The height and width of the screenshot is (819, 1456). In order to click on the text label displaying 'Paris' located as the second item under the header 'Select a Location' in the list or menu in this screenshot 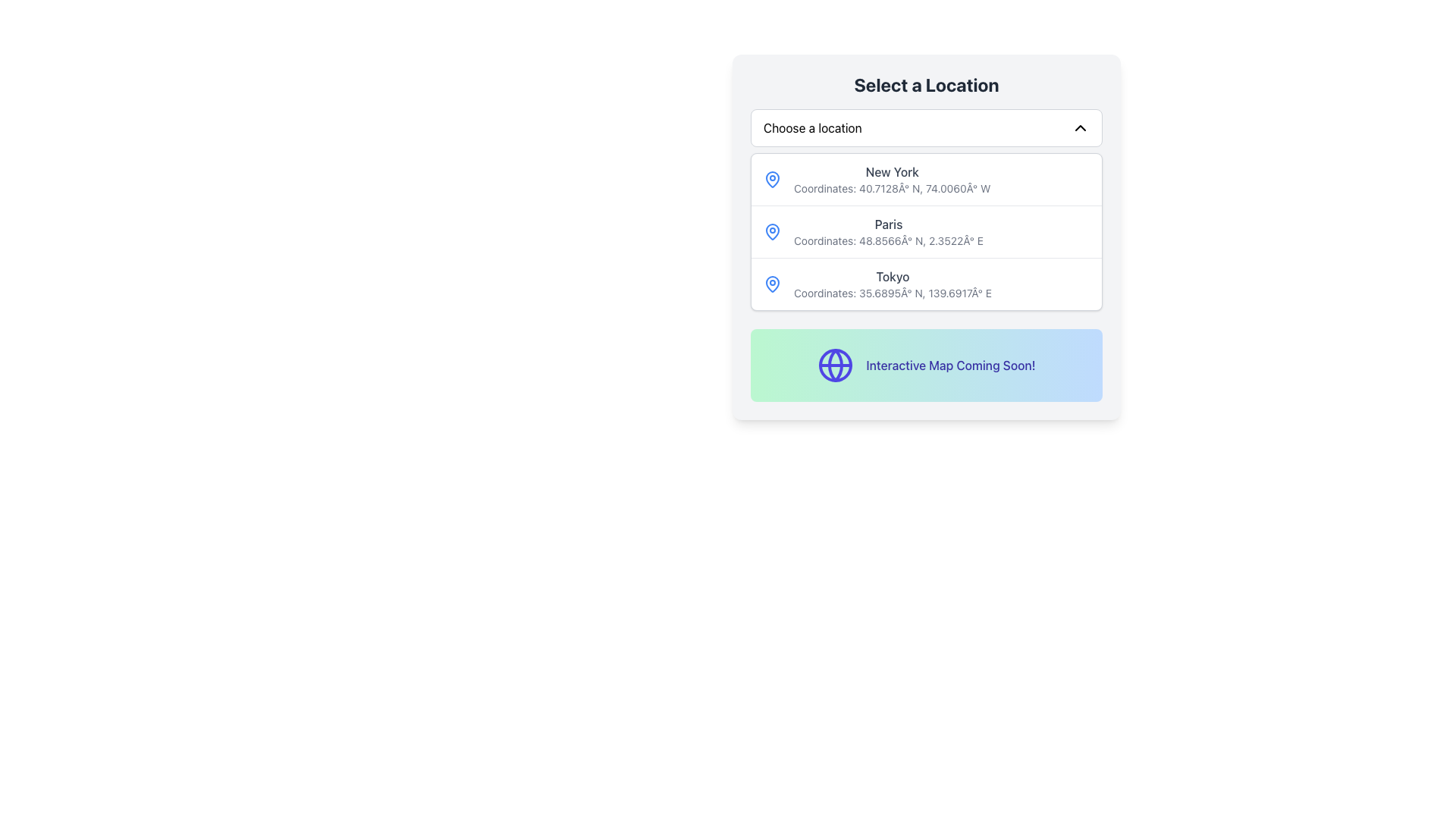, I will do `click(888, 231)`.